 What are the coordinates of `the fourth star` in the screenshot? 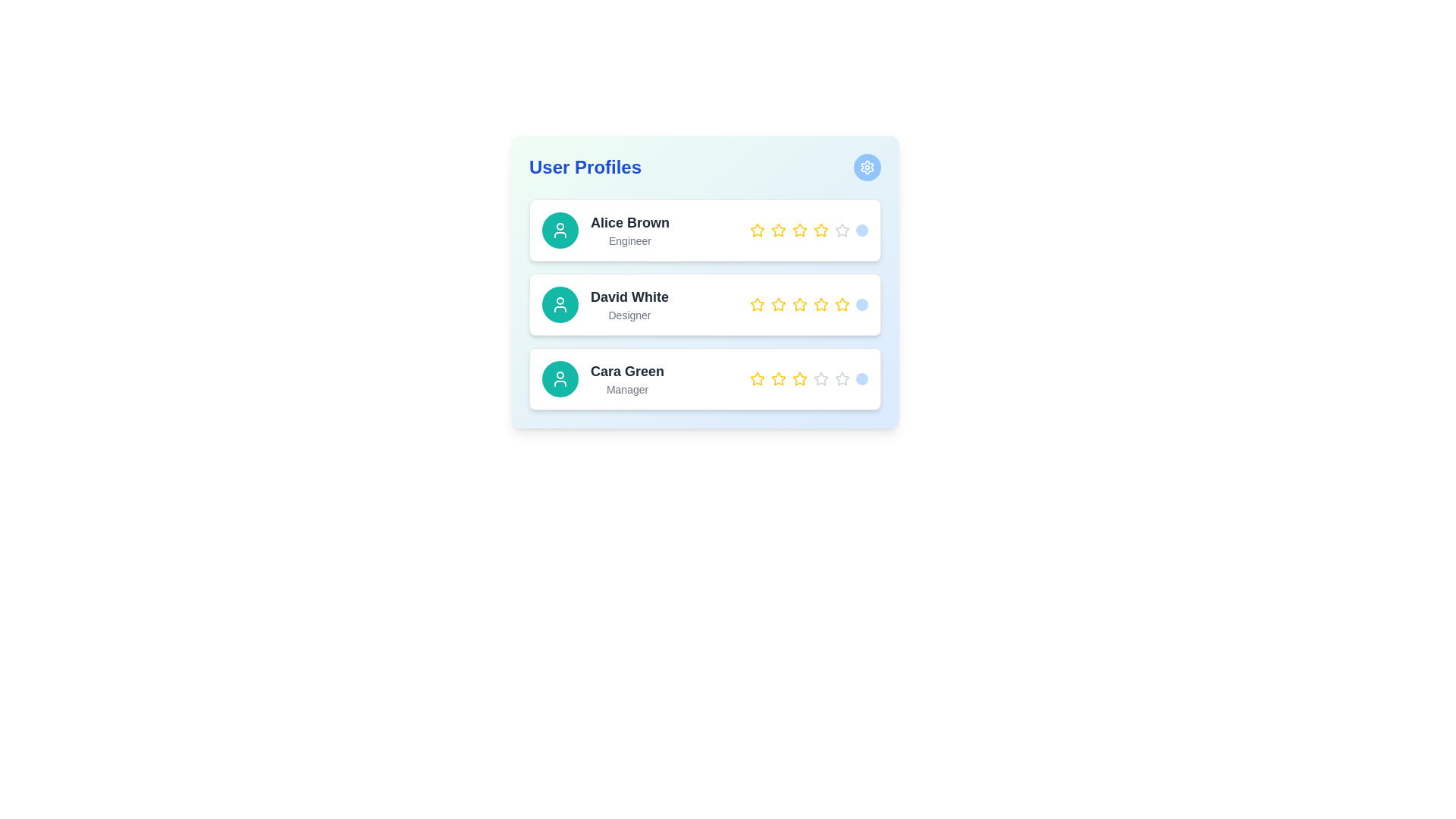 It's located at (821, 304).